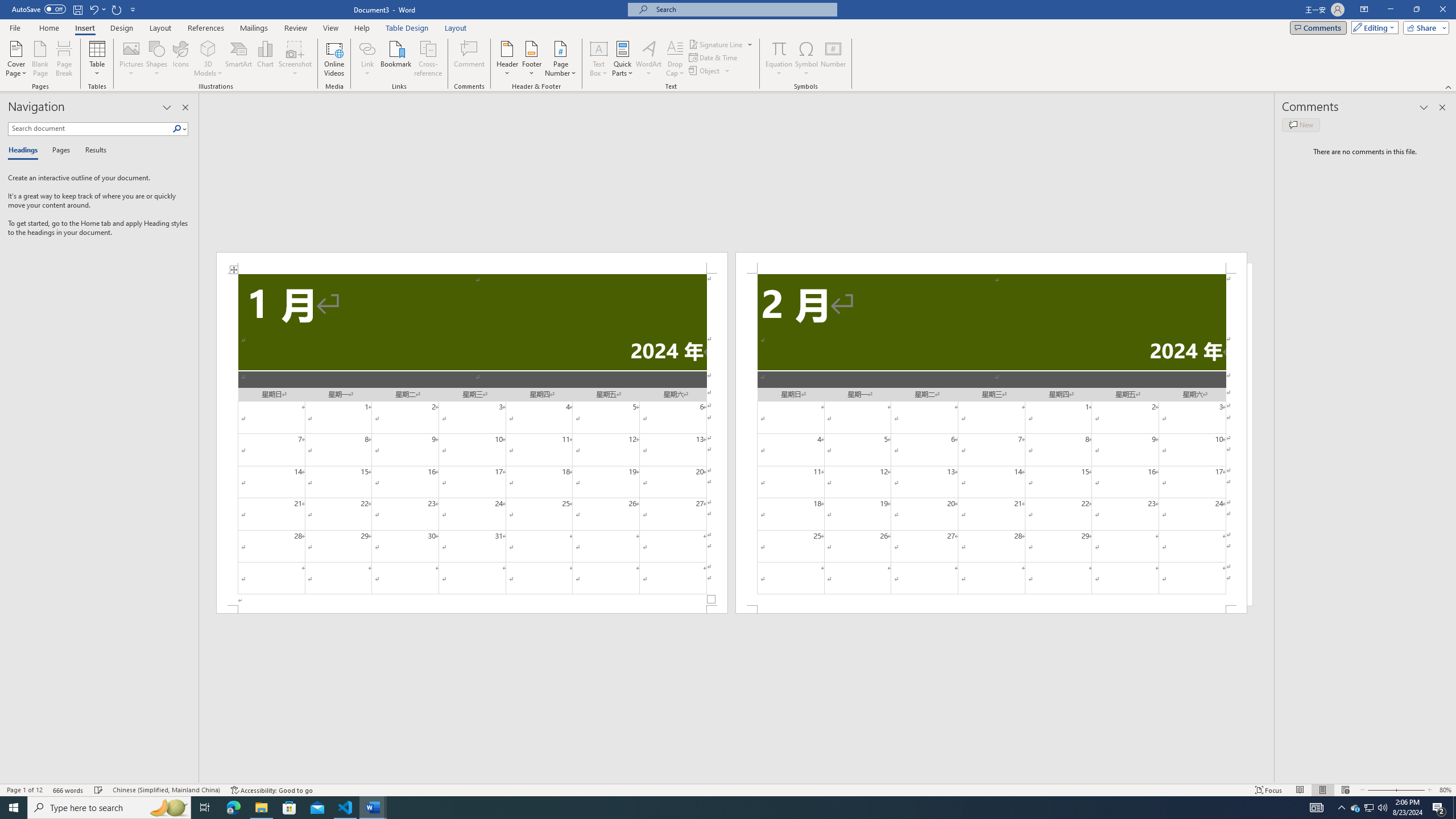 The image size is (1456, 819). What do you see at coordinates (1408, 790) in the screenshot?
I see `'Zoom In'` at bounding box center [1408, 790].